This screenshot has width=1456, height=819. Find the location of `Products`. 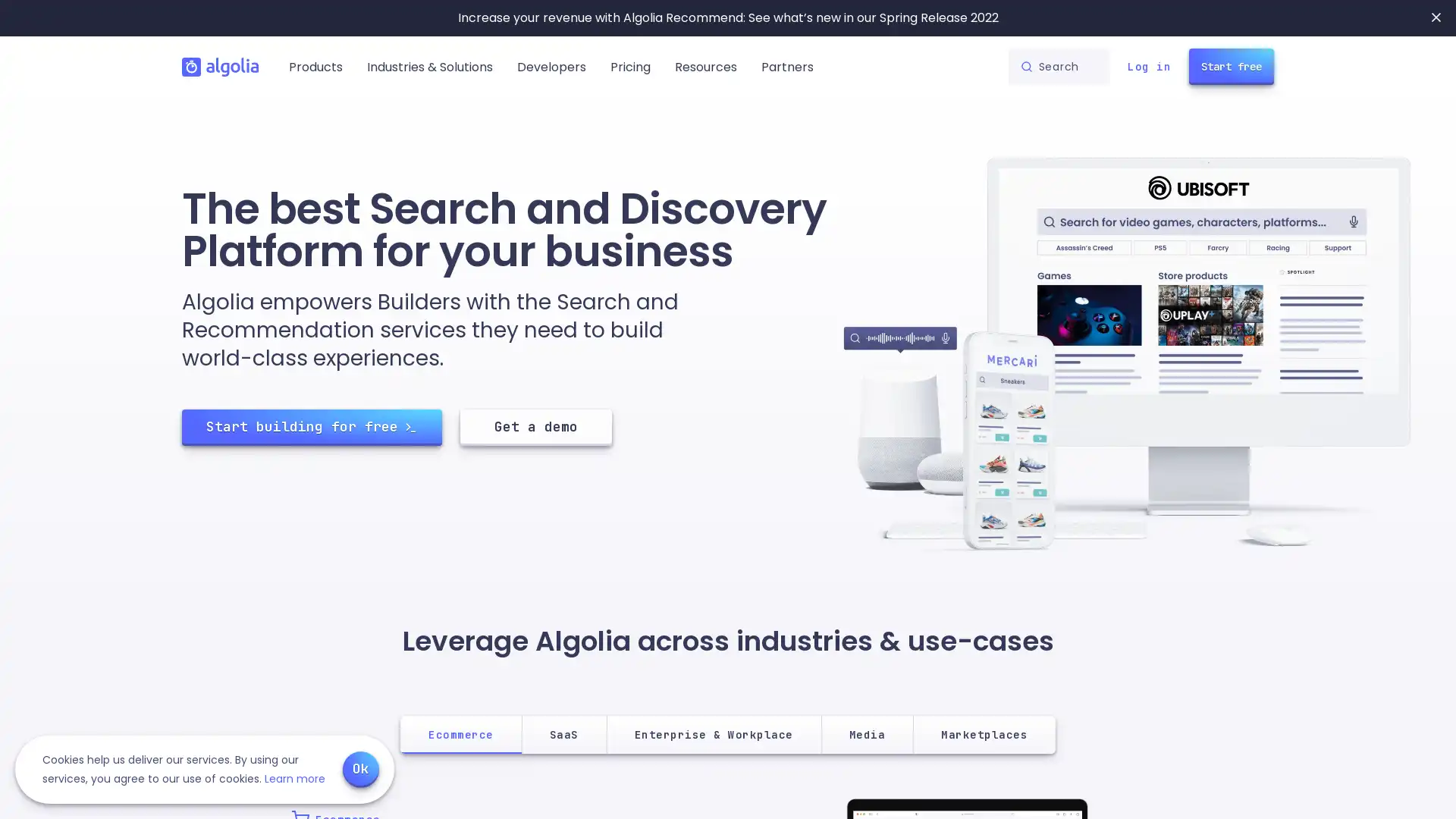

Products is located at coordinates (321, 66).